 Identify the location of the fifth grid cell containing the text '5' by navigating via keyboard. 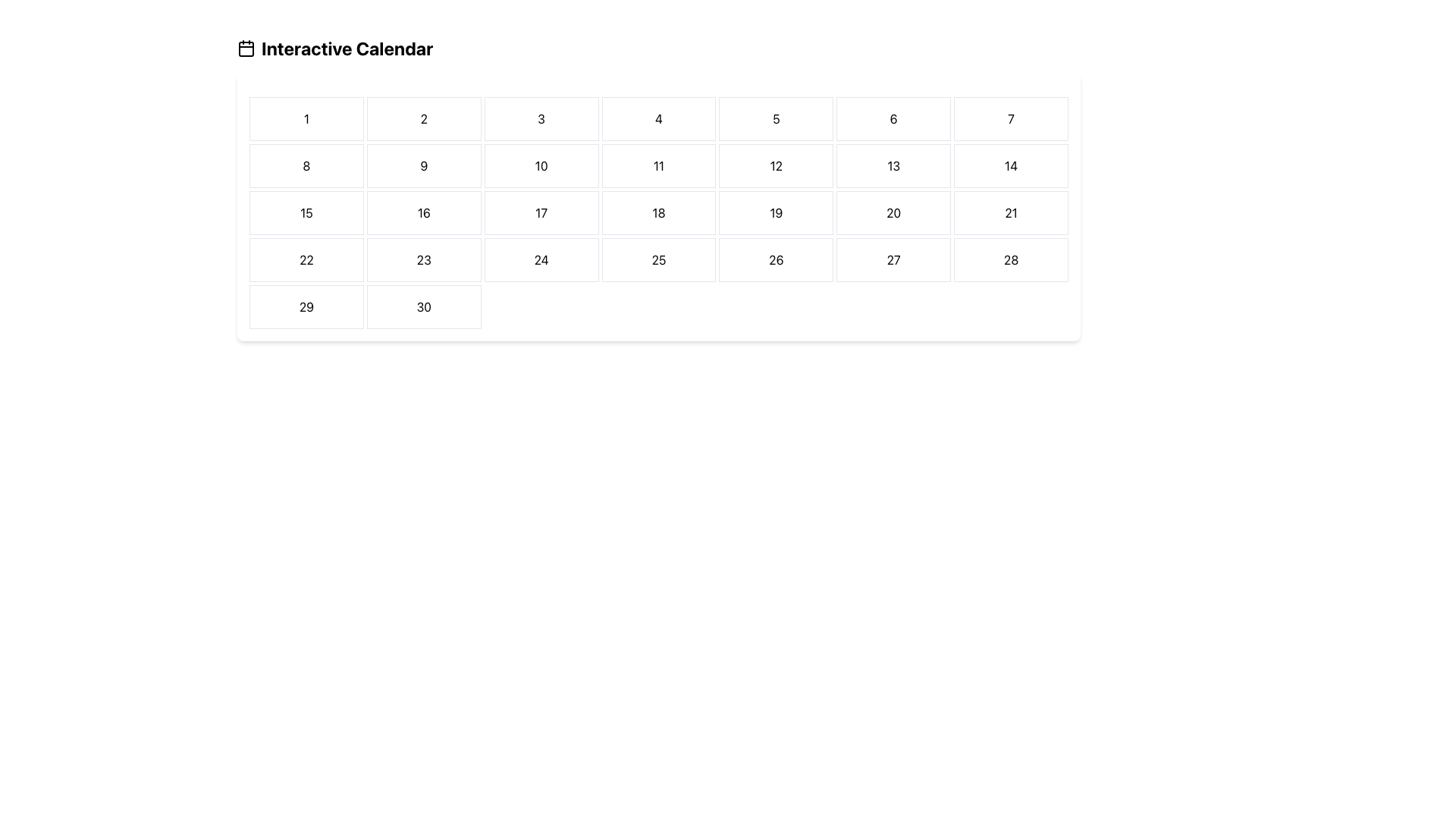
(776, 118).